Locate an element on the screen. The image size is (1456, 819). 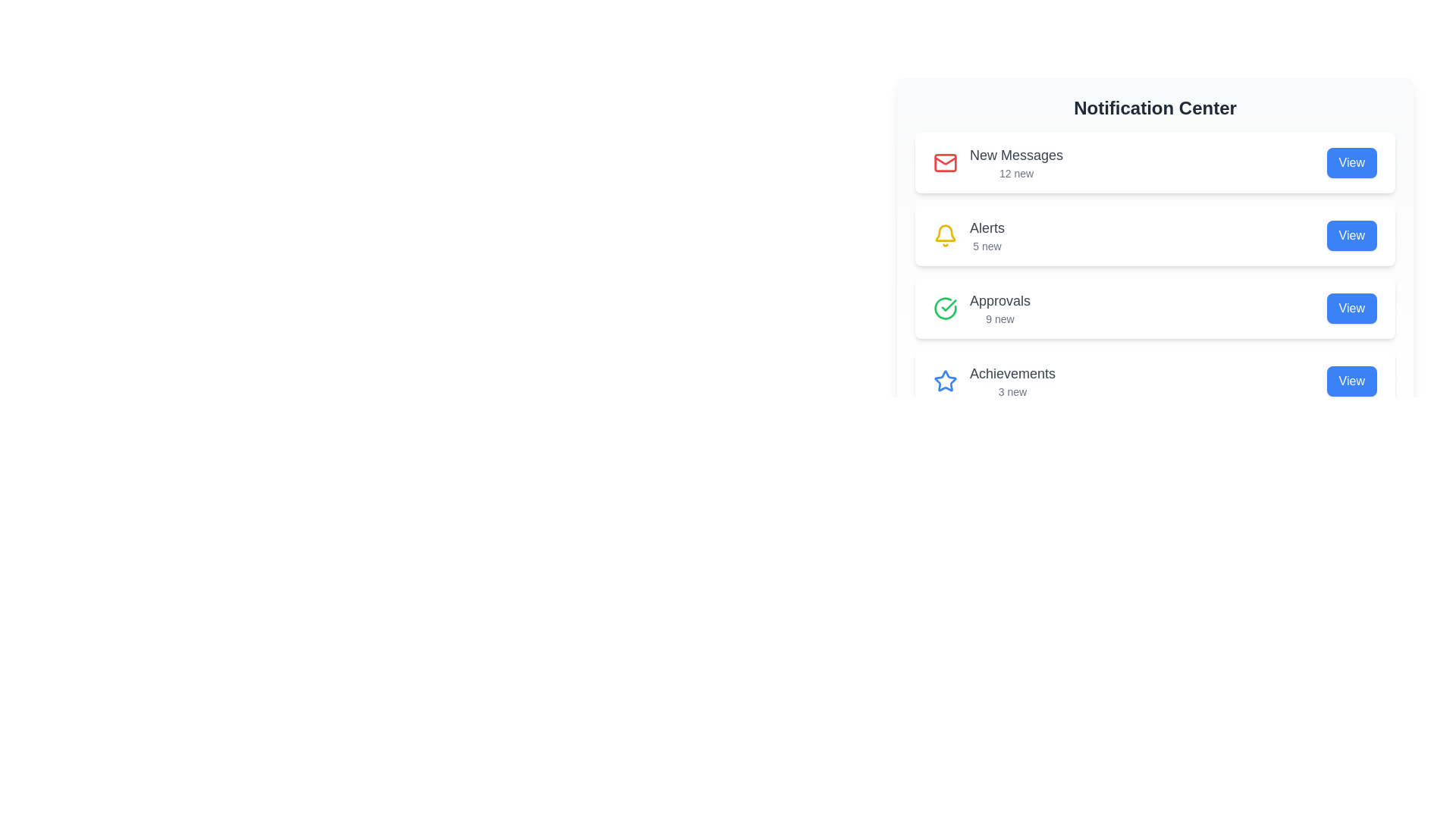
the Notification summary element featuring a star icon and the text 'Achievements' to interact with it is located at coordinates (994, 380).